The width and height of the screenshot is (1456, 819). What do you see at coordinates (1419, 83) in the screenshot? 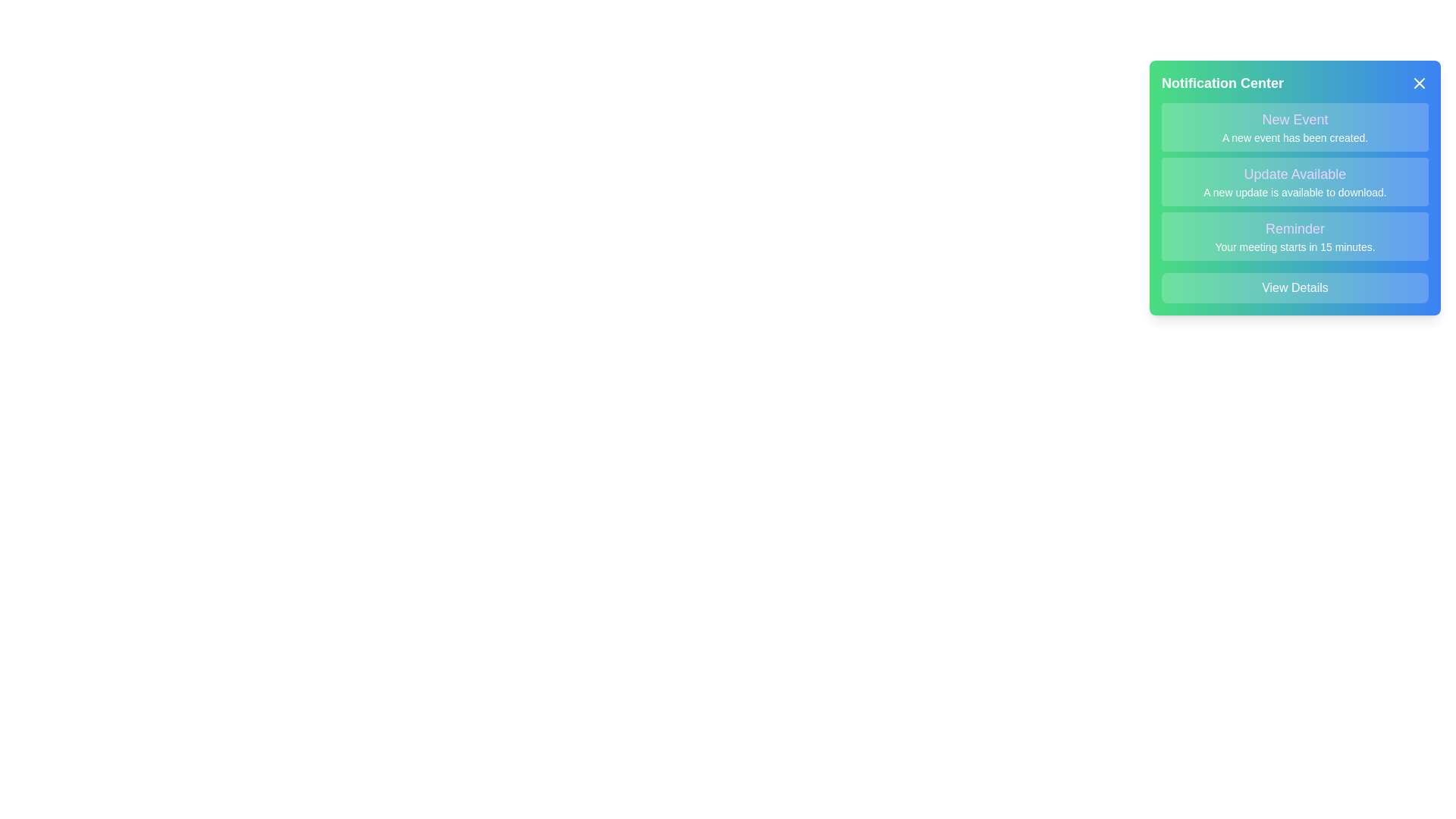
I see `the close button to dismiss the notification panel` at bounding box center [1419, 83].